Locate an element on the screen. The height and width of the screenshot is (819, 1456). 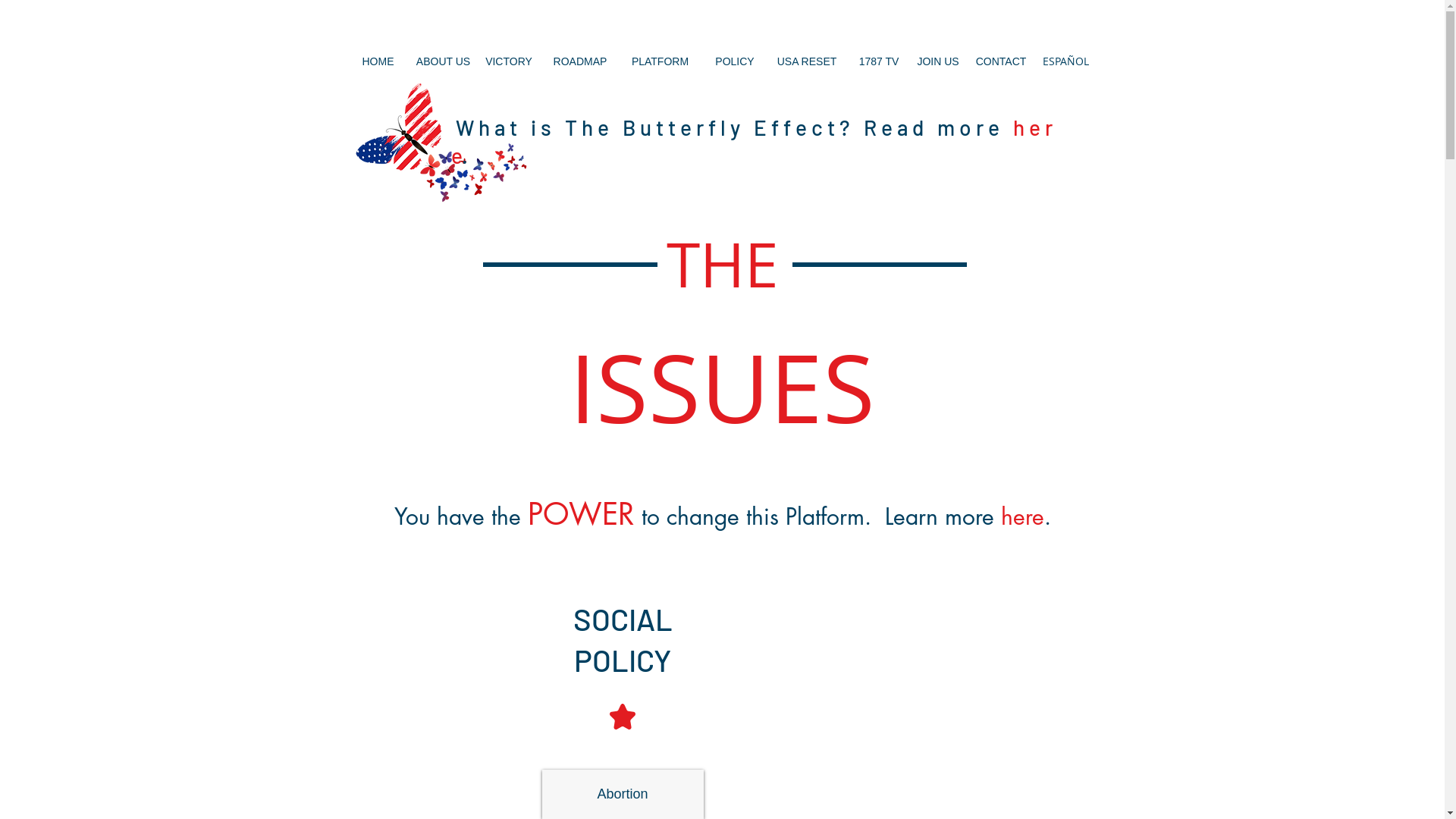
'VICTORY' is located at coordinates (509, 60).